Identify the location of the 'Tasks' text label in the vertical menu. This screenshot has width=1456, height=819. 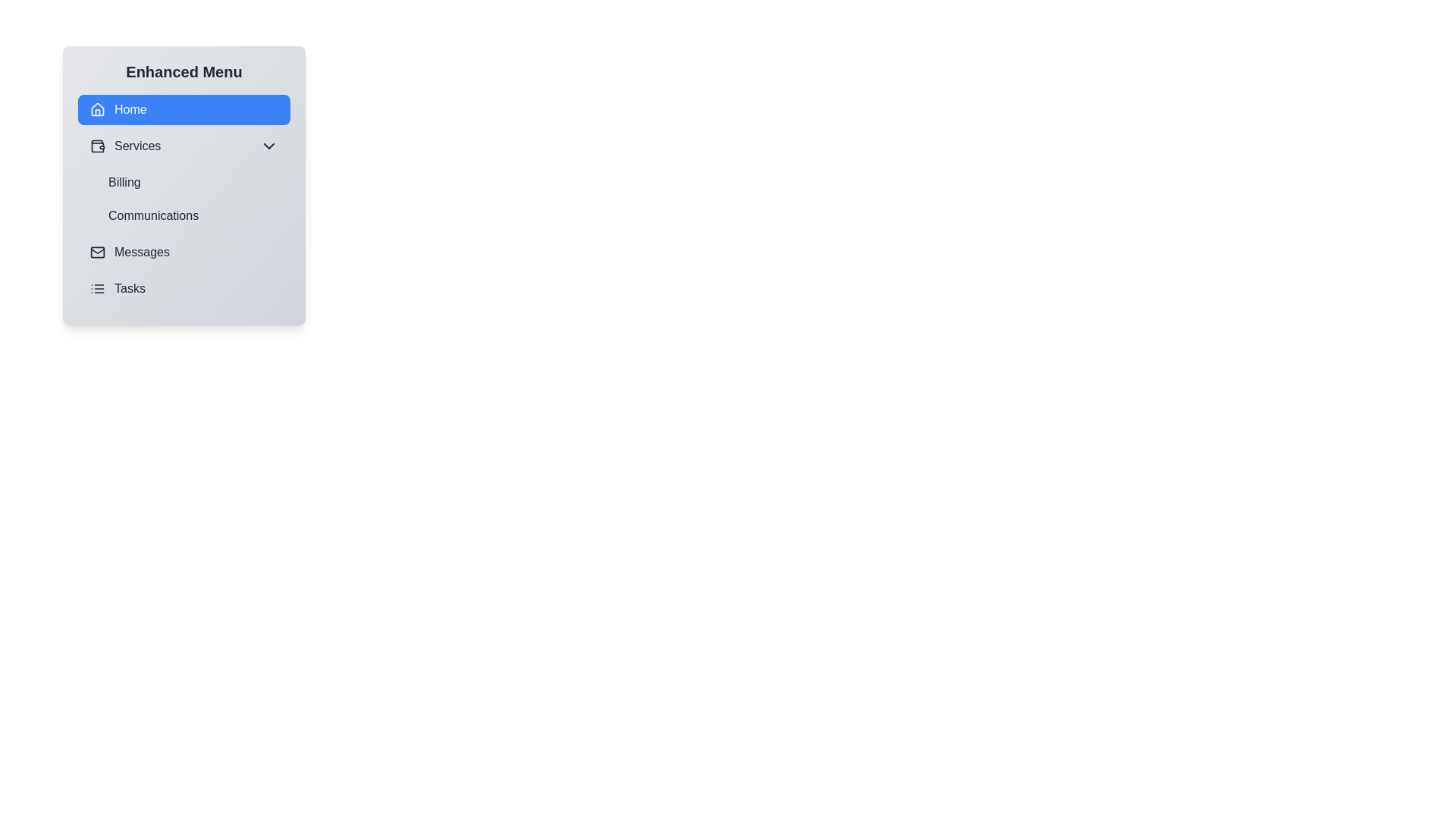
(130, 289).